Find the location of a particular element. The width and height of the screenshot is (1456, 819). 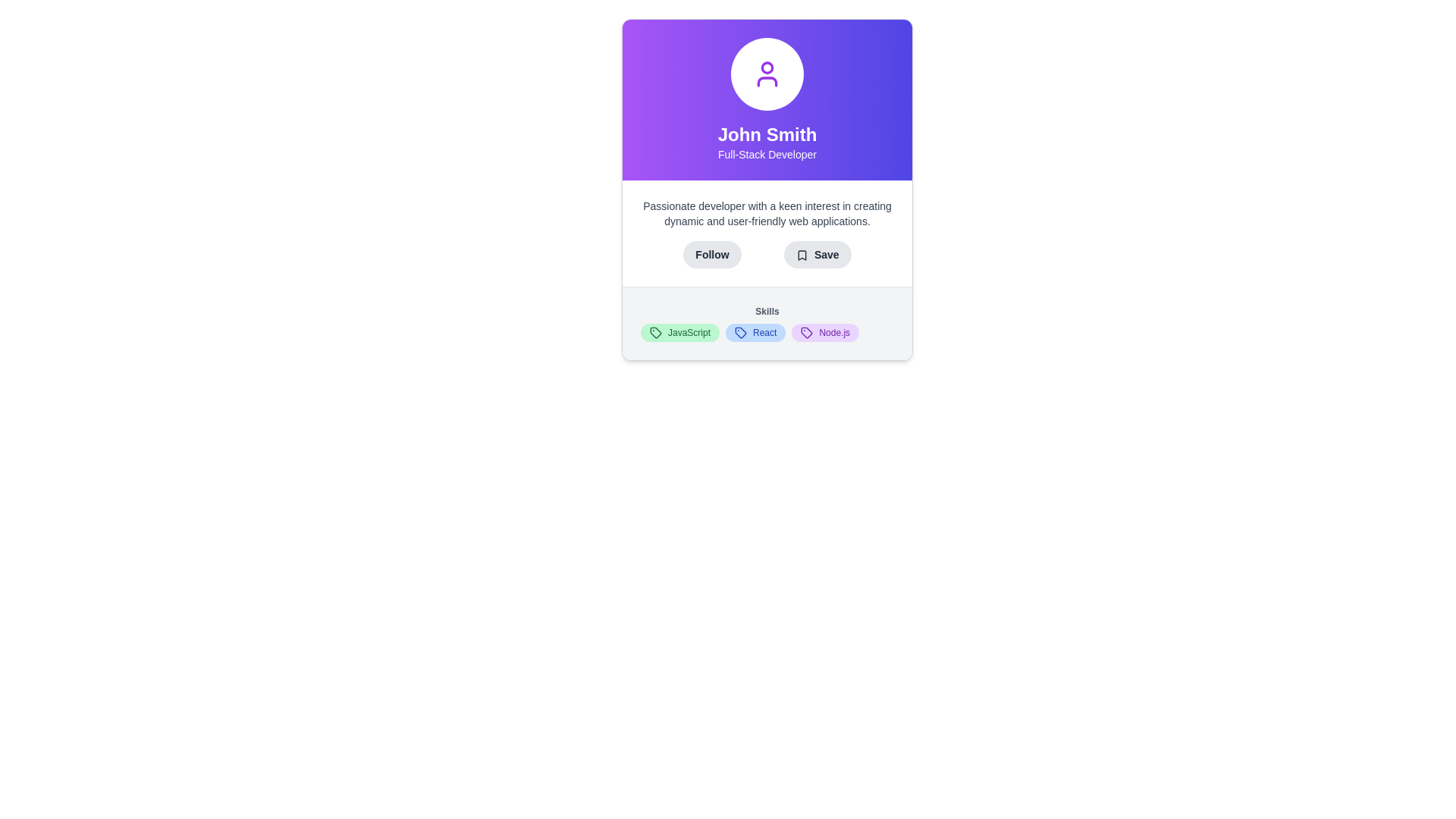

the 'Follow' button, which is a rounded rectangular button with a light gray background and dark gray text, located beneath the user description section is located at coordinates (711, 253).